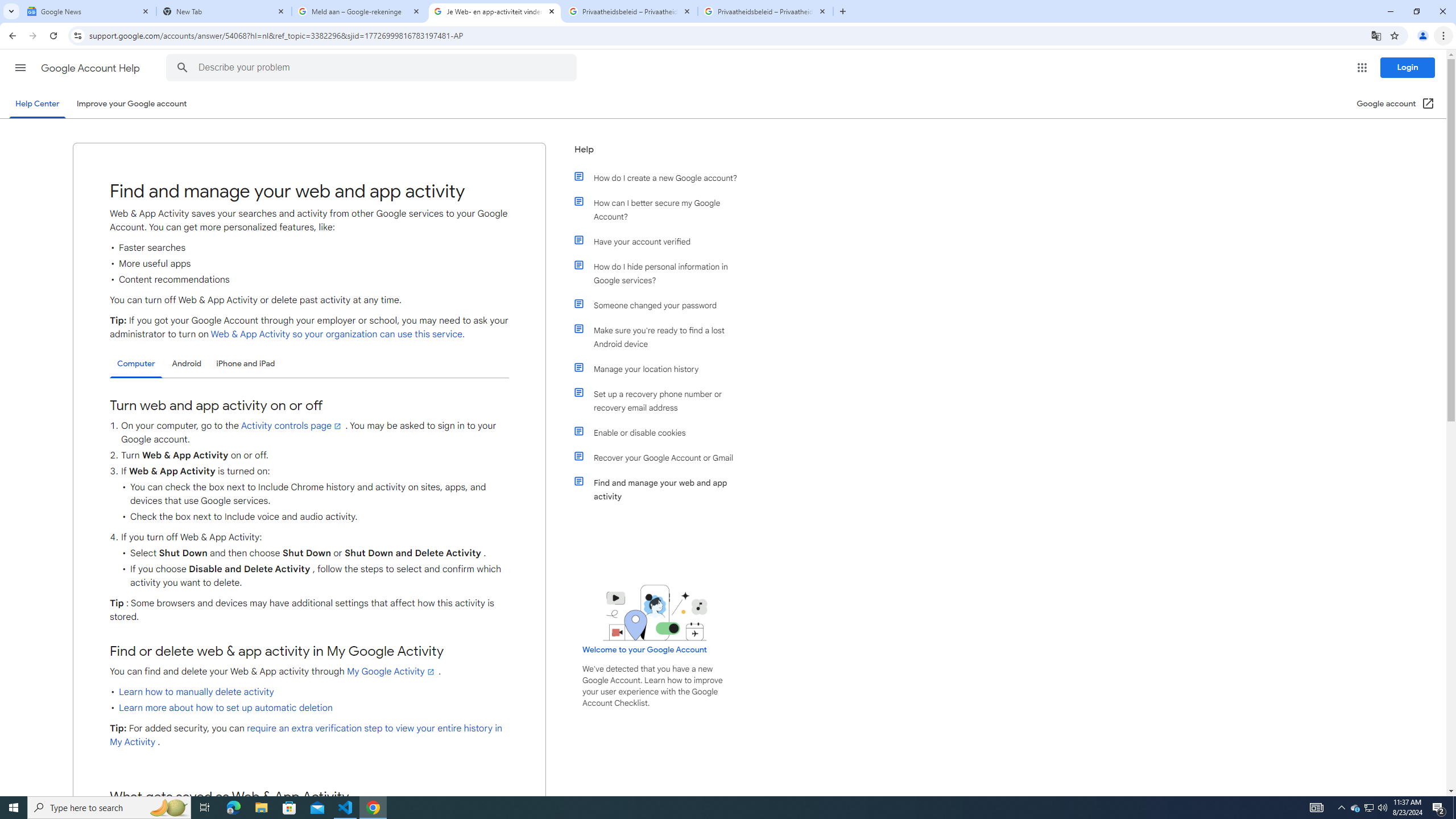  I want to click on 'Find and manage your web and app activity', so click(661, 490).